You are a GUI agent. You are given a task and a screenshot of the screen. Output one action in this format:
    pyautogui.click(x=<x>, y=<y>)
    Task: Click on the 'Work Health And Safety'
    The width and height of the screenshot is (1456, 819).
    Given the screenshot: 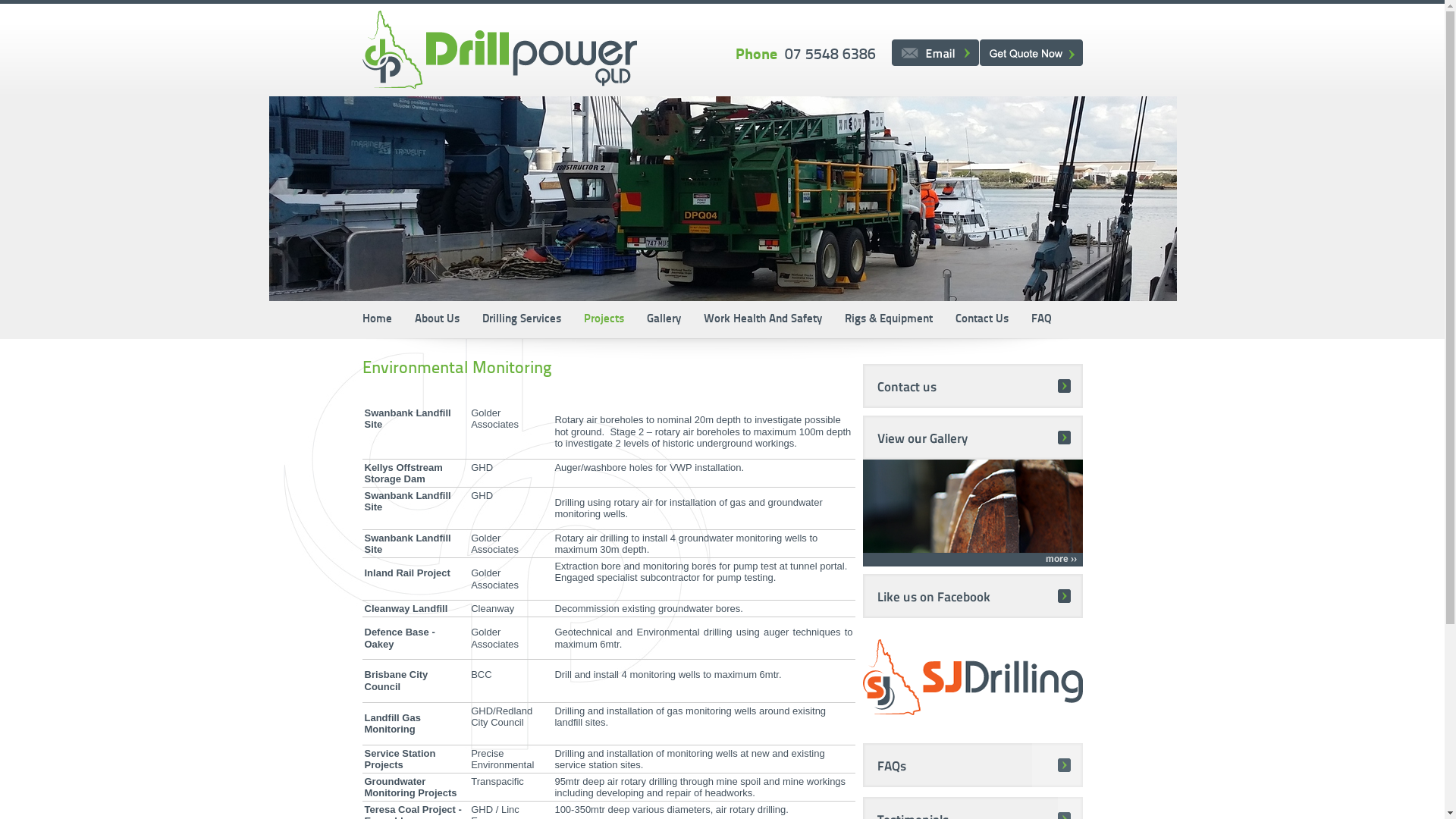 What is the action you would take?
    pyautogui.click(x=761, y=318)
    